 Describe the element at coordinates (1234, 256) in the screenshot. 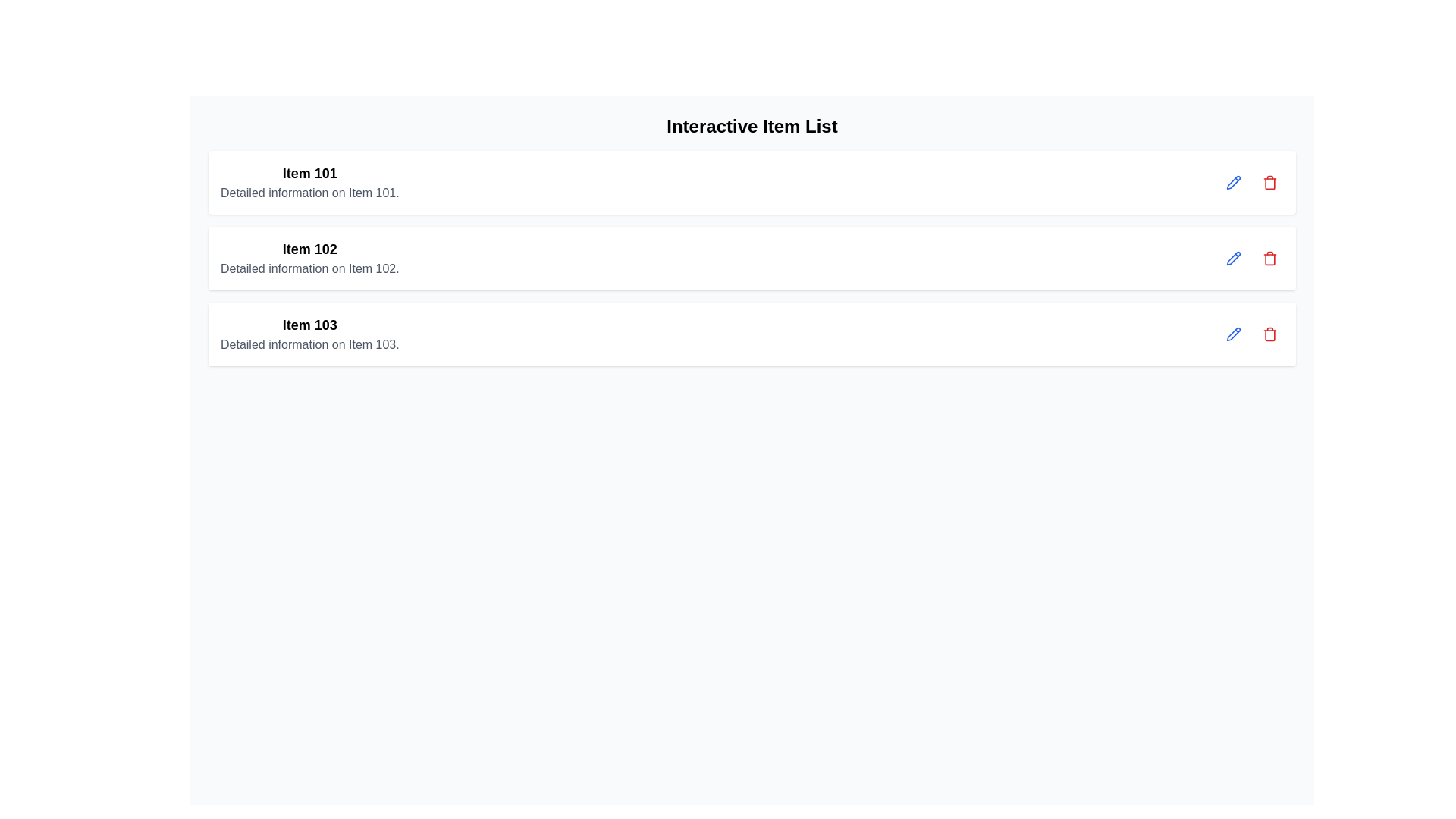

I see `the pencil icon button located in the rightmost section of the second row in the 'Interactive Item List' to initiate editing for 'Item 102.'` at that location.